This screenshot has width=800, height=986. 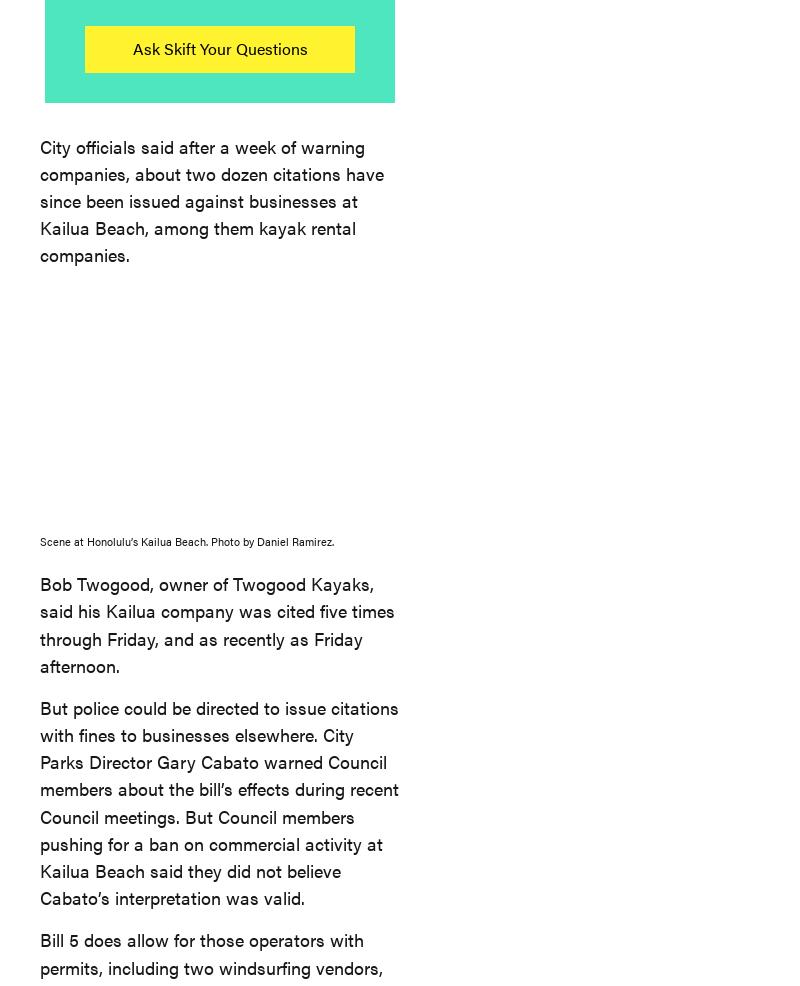 What do you see at coordinates (531, 266) in the screenshot?
I see `'YouTube'` at bounding box center [531, 266].